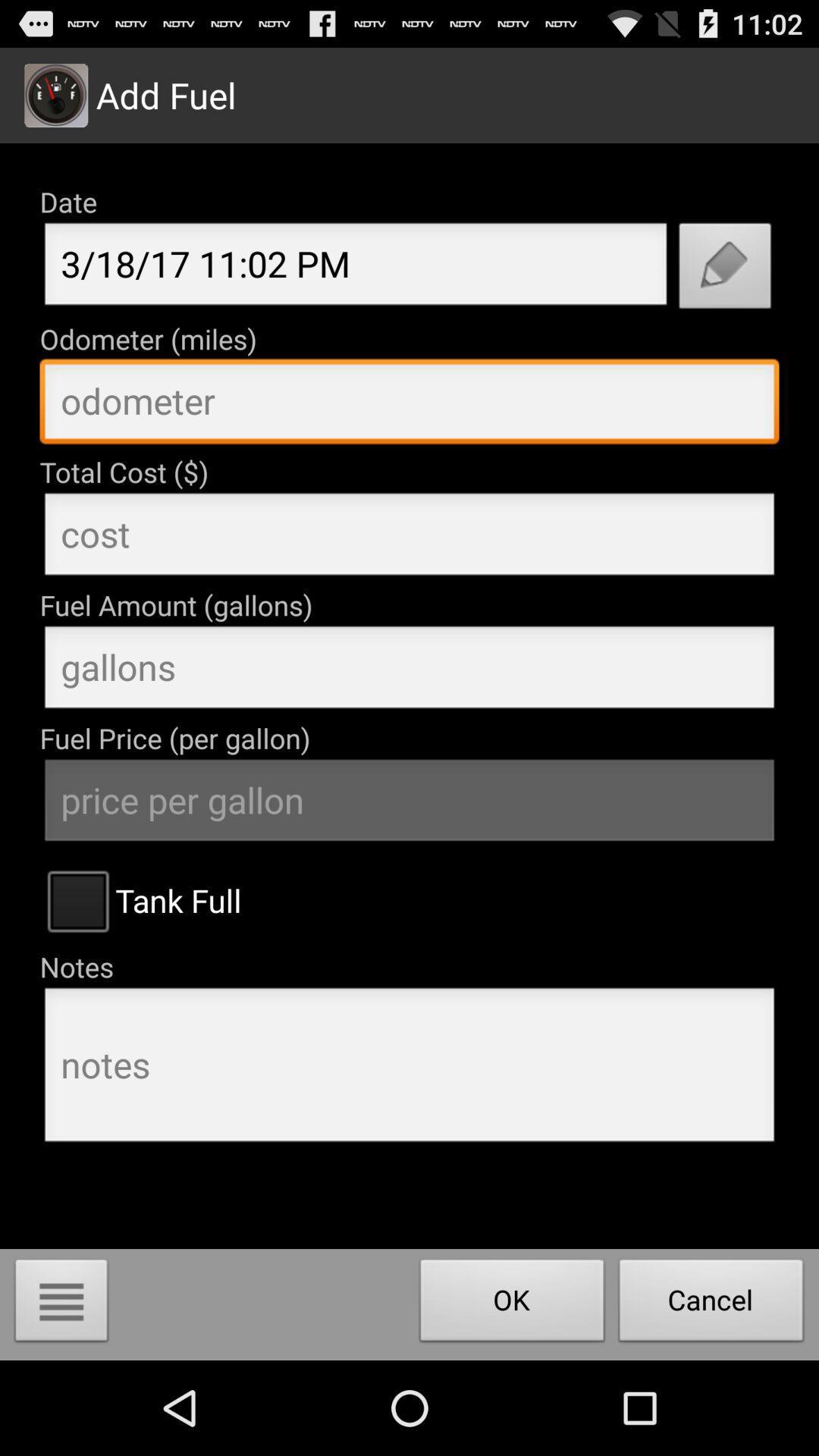 The image size is (819, 1456). What do you see at coordinates (356, 268) in the screenshot?
I see `the date and time text below date` at bounding box center [356, 268].